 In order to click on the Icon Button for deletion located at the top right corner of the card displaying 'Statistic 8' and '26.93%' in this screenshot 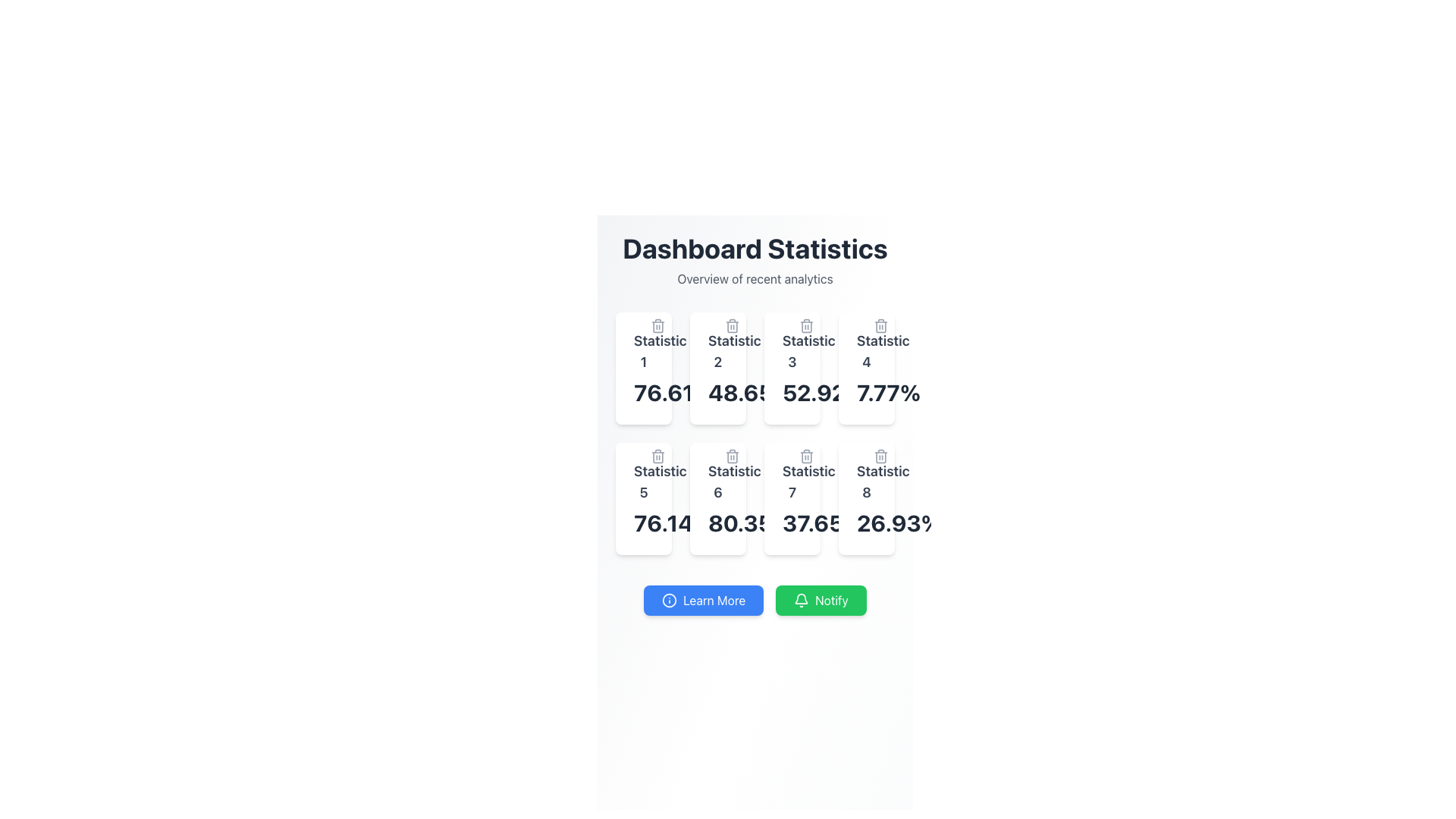, I will do `click(880, 455)`.